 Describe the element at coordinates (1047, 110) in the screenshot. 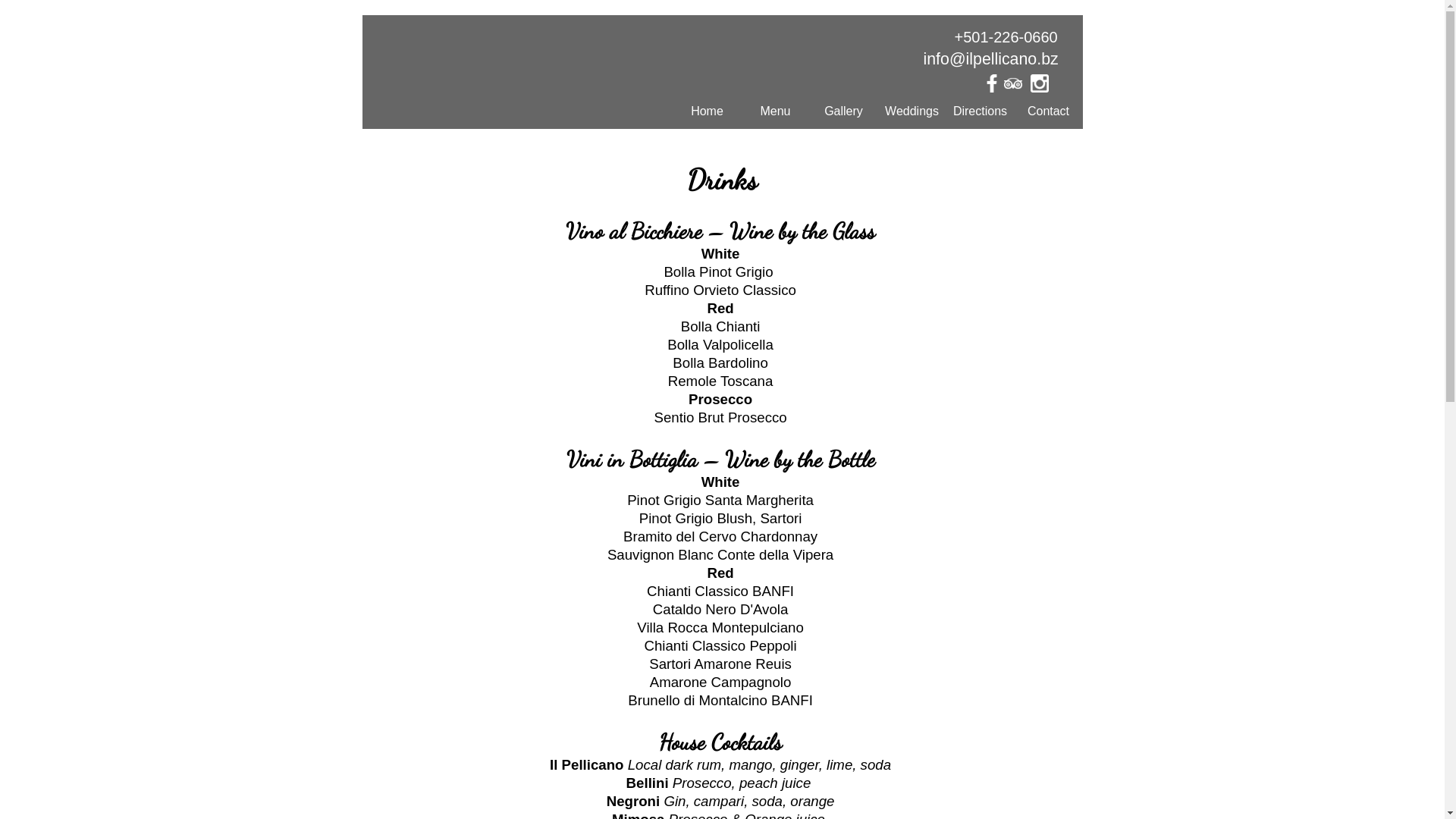

I see `'Contact'` at that location.